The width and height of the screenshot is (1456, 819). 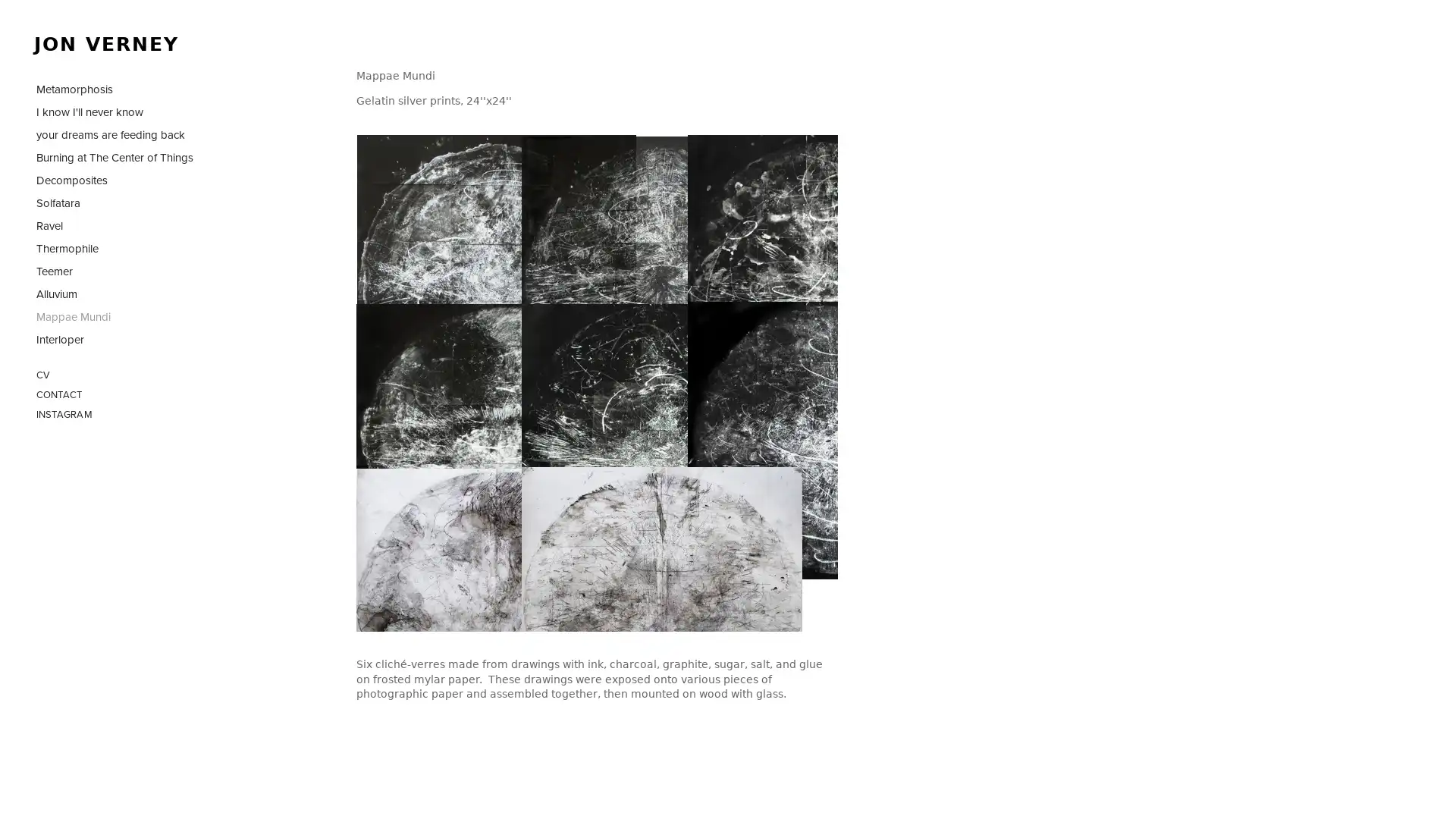 I want to click on View fullsize DSC_0624.jpg, so click(x=761, y=375).